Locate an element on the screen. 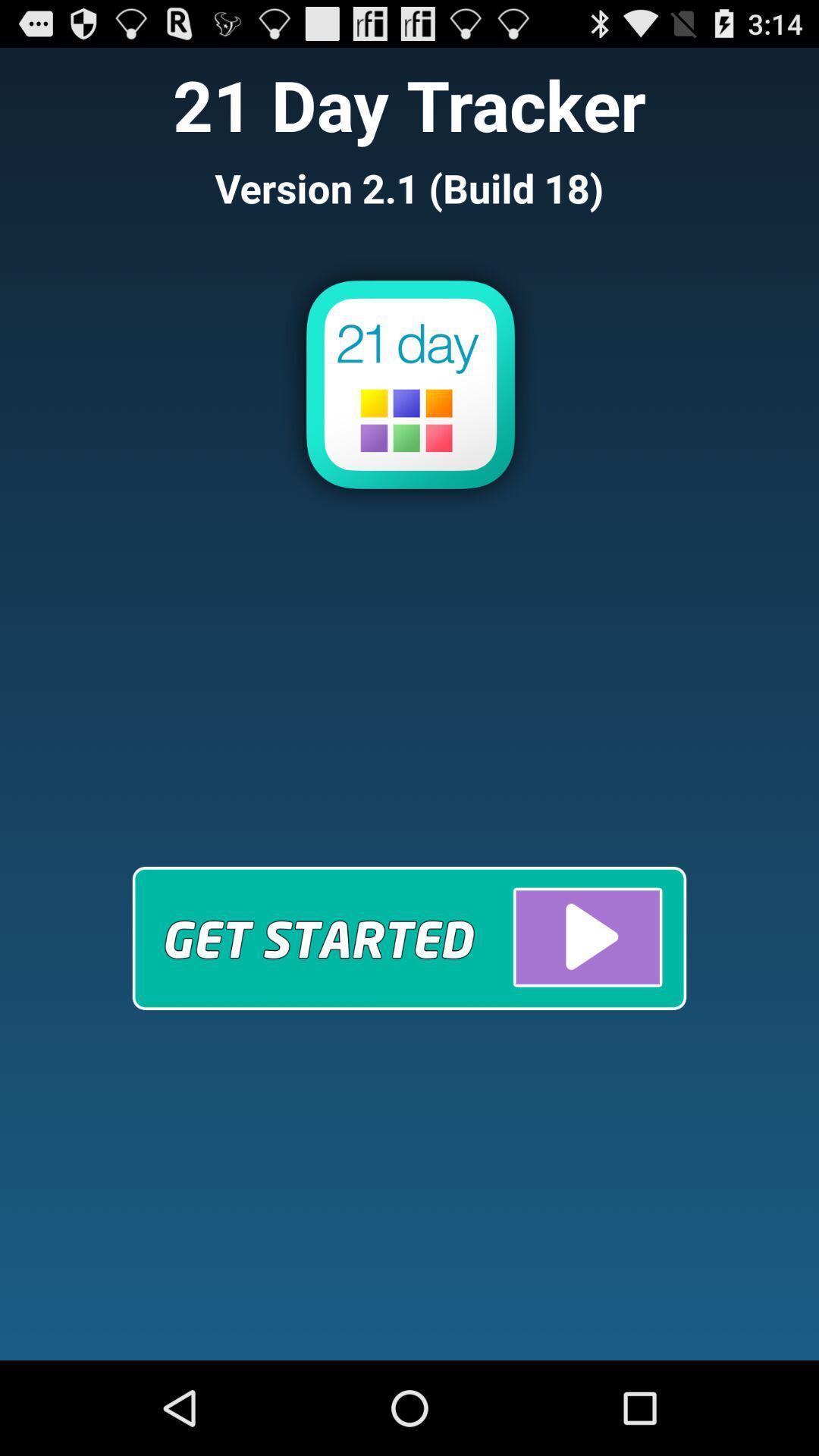 Image resolution: width=819 pixels, height=1456 pixels. get started is located at coordinates (409, 937).